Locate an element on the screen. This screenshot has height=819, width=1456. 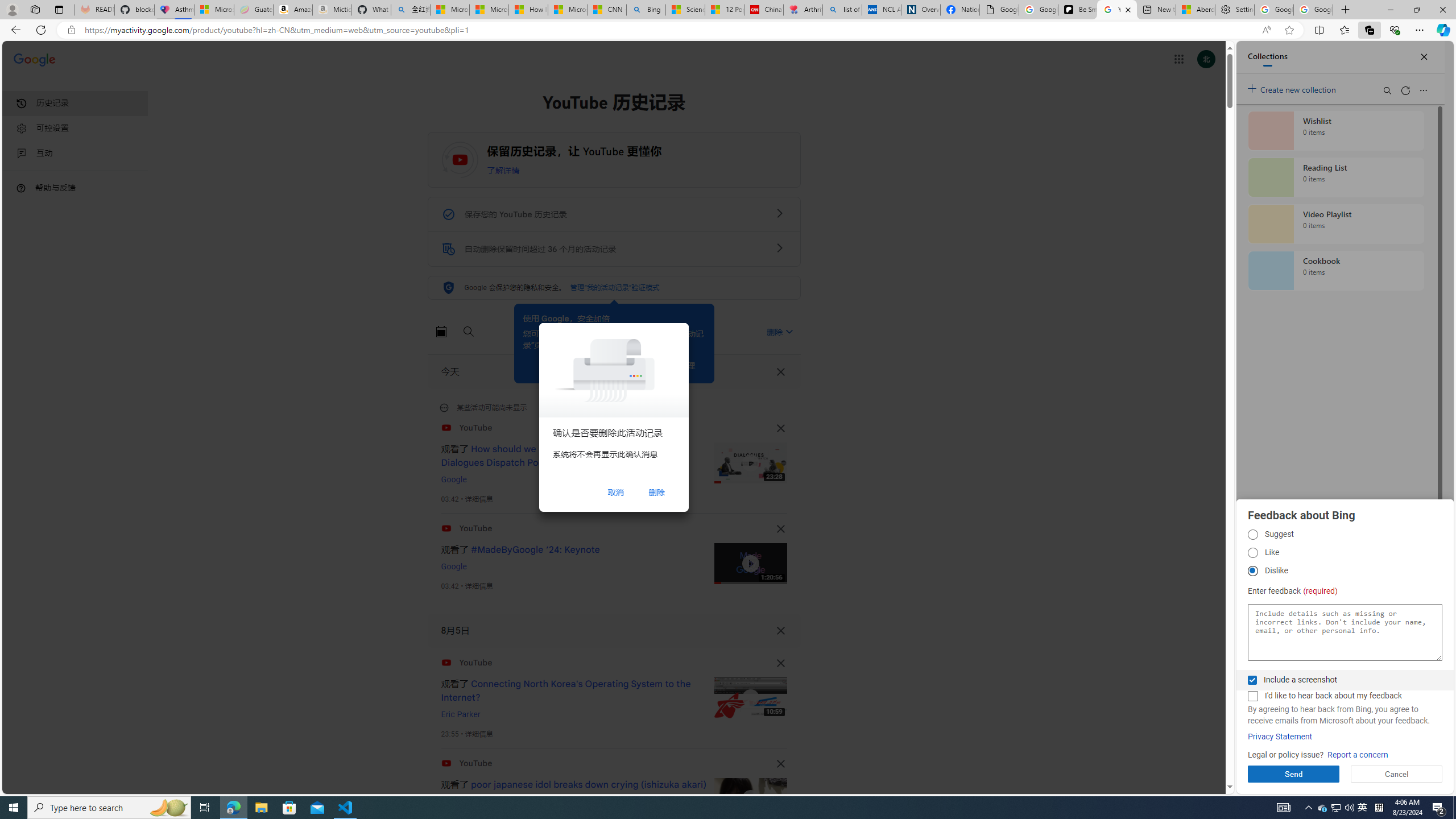
'NCL Adult Asthma Inhaler Choice Guideline' is located at coordinates (881, 9).